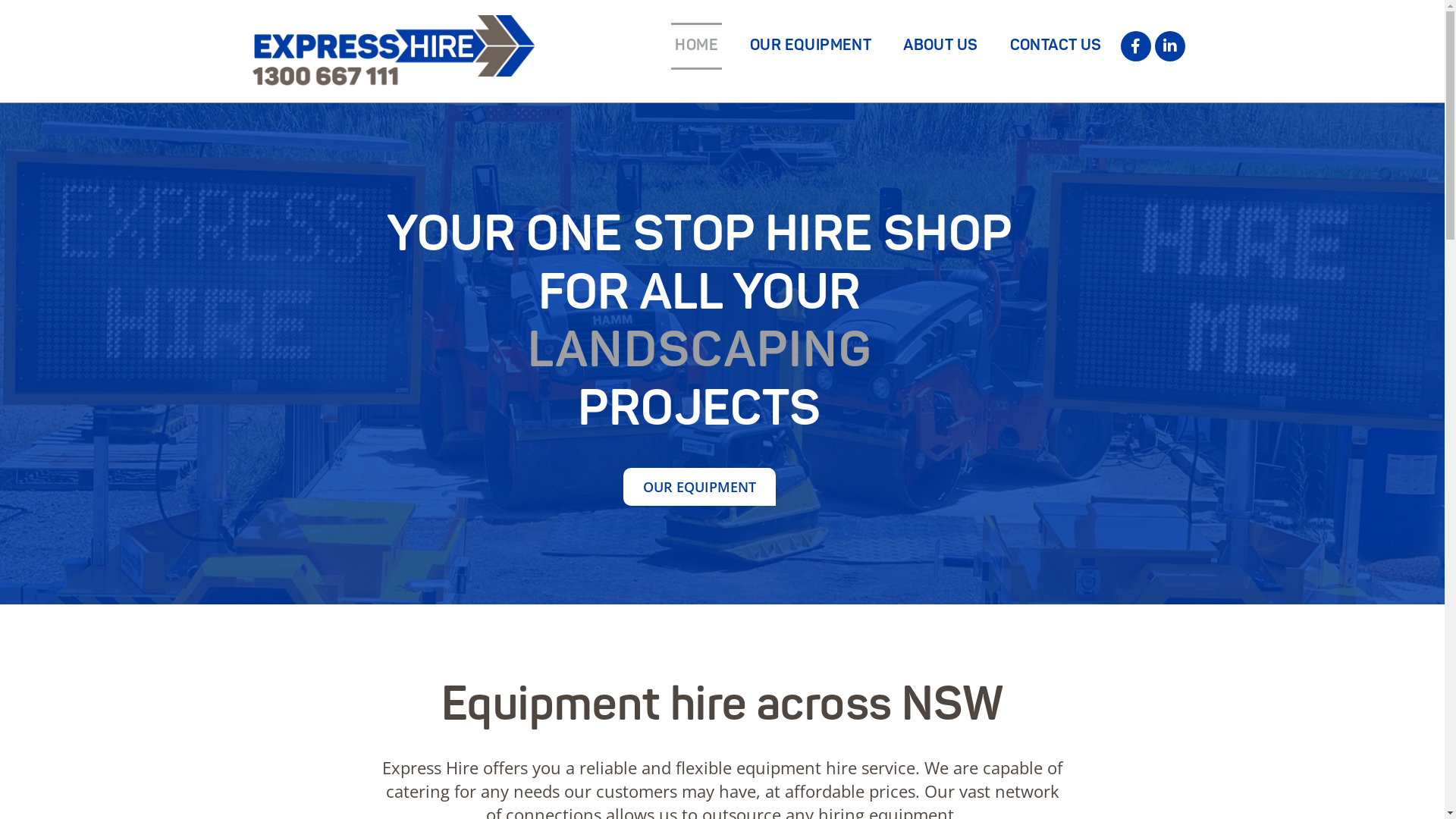 The image size is (1456, 819). What do you see at coordinates (810, 45) in the screenshot?
I see `'OUR EQUIPMENT'` at bounding box center [810, 45].